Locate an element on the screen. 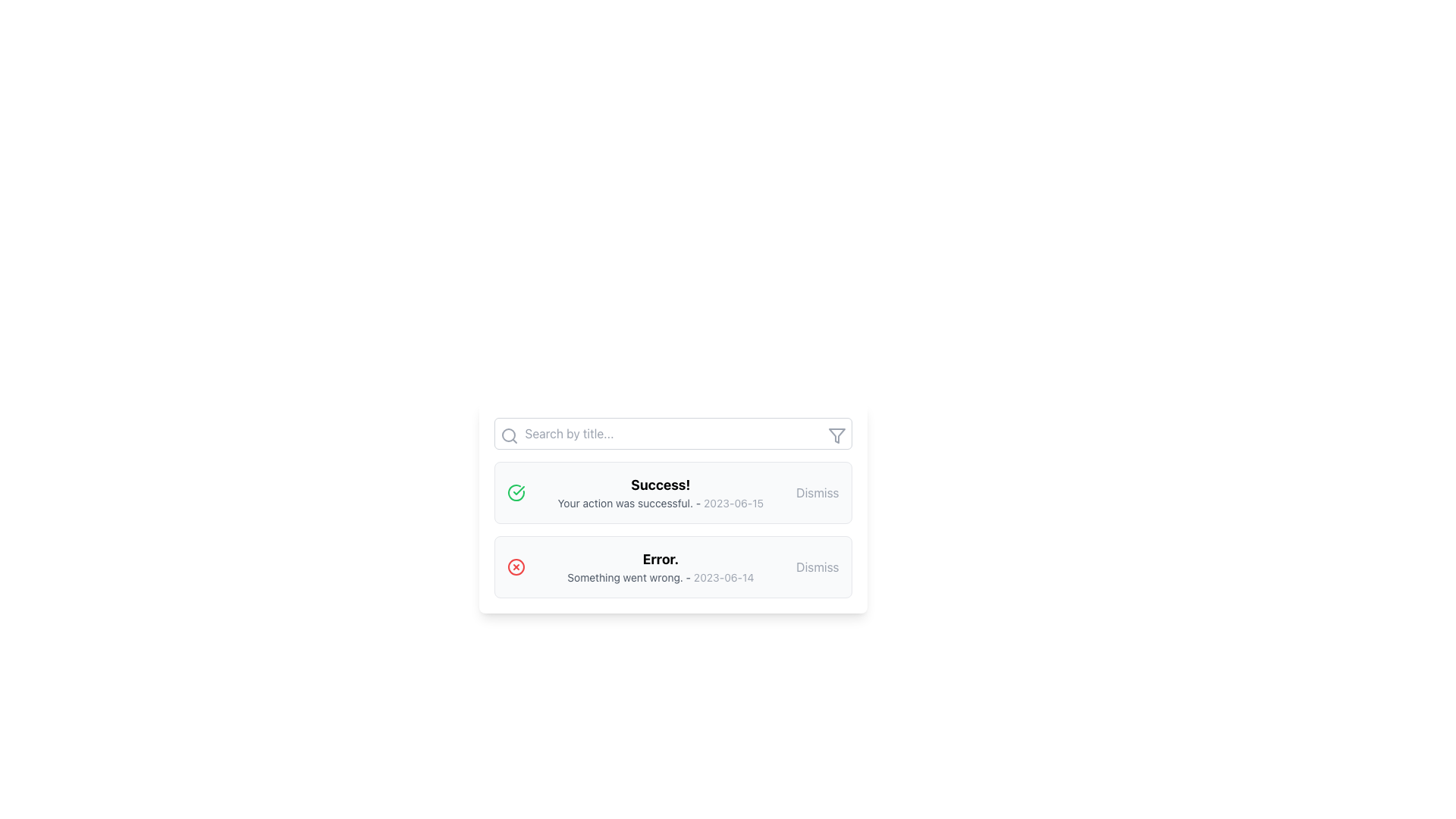  the first Notification card in the list is located at coordinates (672, 508).